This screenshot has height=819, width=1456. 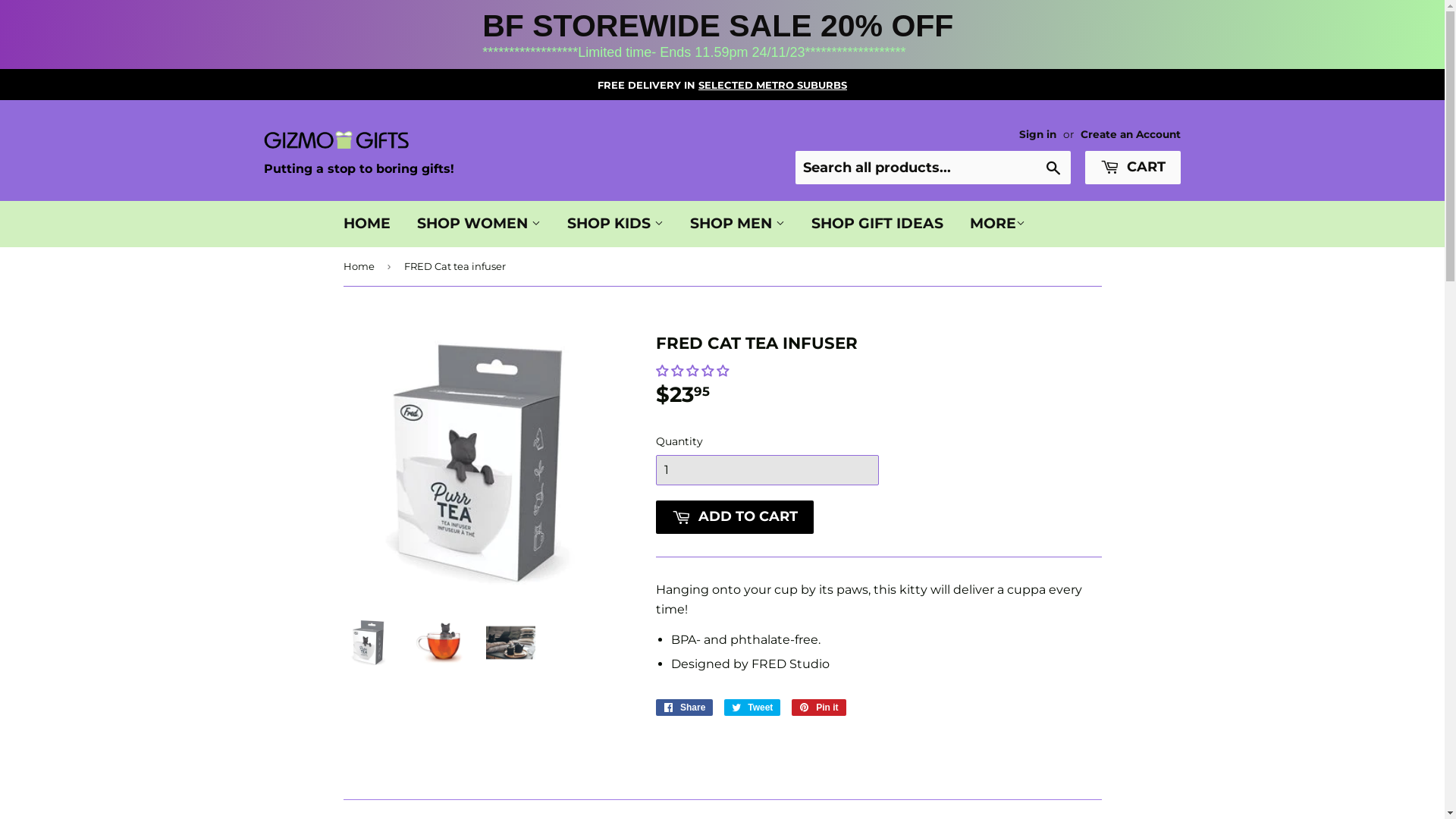 What do you see at coordinates (359, 265) in the screenshot?
I see `'Home'` at bounding box center [359, 265].